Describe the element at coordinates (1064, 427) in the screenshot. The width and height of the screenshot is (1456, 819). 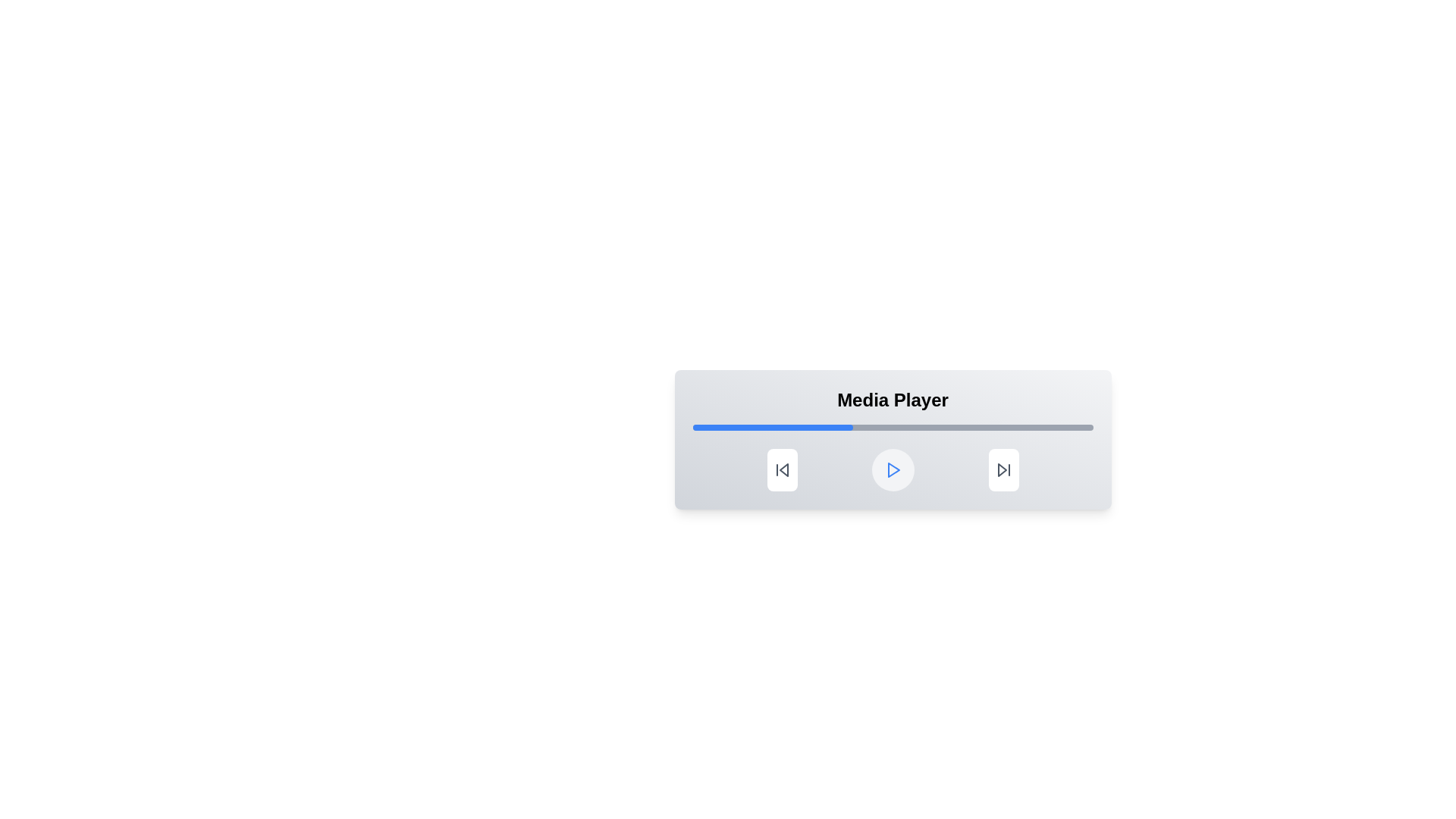
I see `the progress bar` at that location.